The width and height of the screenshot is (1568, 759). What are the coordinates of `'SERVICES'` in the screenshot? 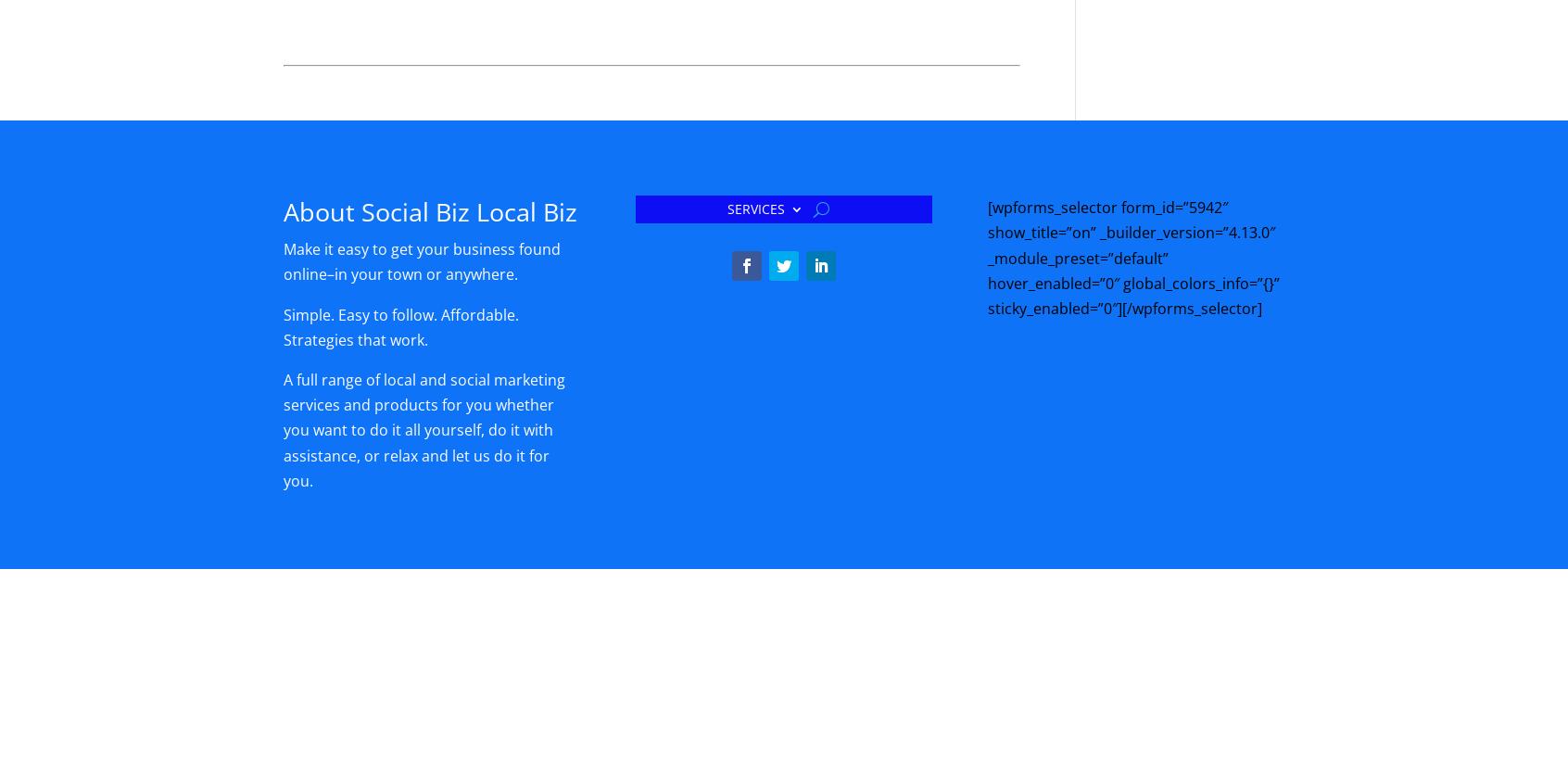 It's located at (727, 209).